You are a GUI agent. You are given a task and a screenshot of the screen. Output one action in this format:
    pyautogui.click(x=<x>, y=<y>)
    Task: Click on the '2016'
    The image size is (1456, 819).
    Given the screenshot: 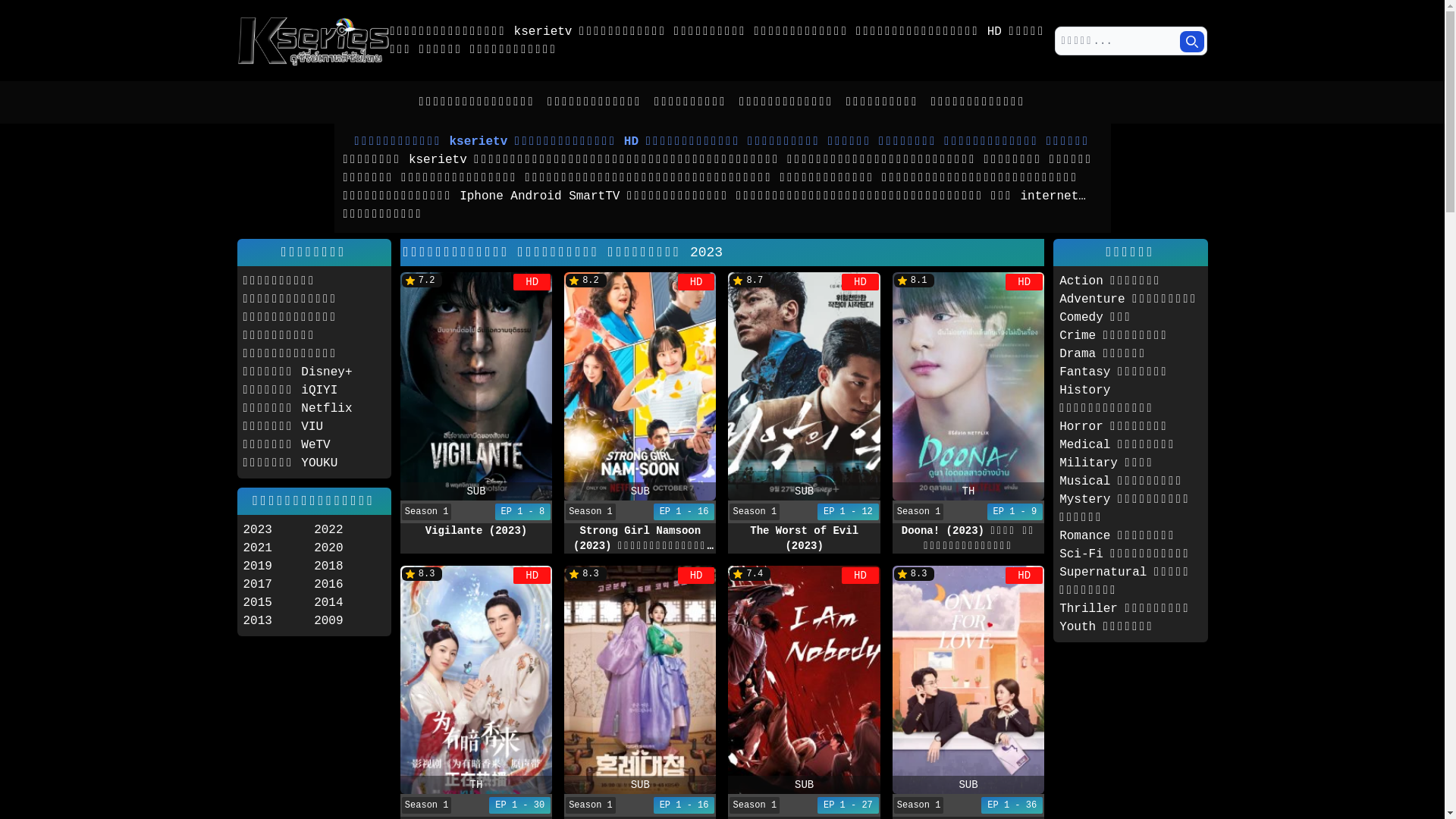 What is the action you would take?
    pyautogui.click(x=348, y=584)
    